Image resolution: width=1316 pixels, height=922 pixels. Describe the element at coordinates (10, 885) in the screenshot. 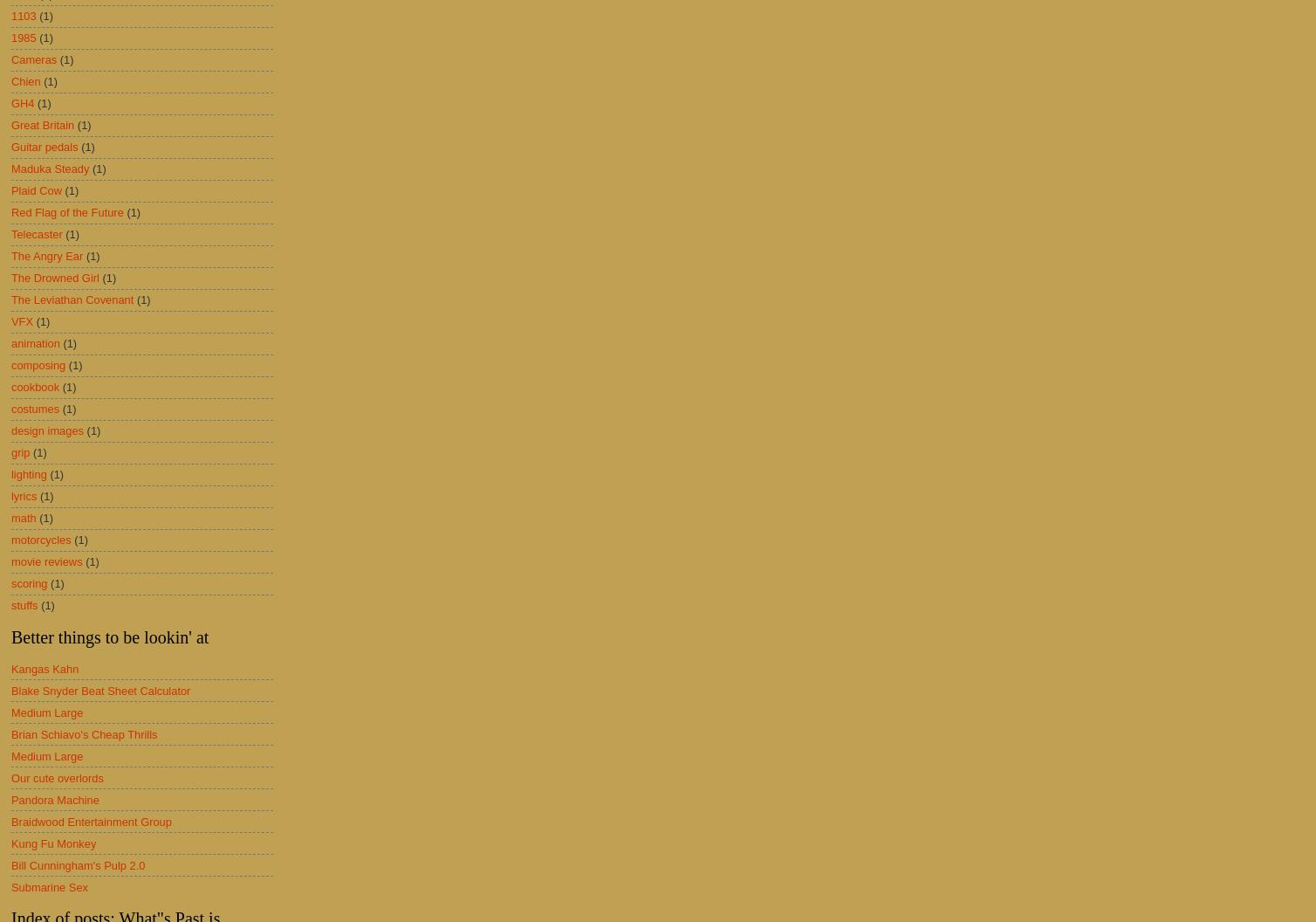

I see `'Submarine Sex'` at that location.